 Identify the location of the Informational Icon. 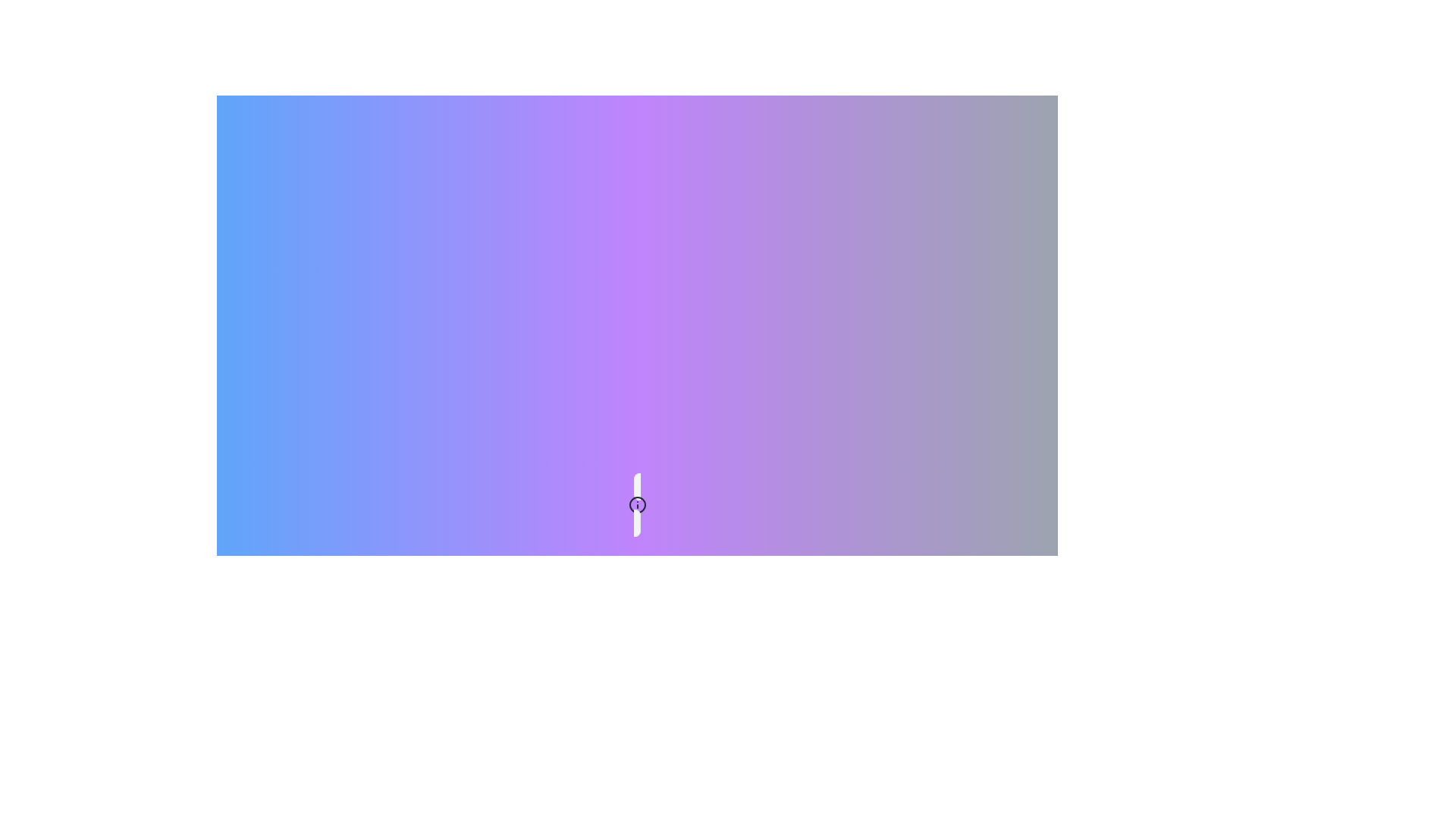
(637, 505).